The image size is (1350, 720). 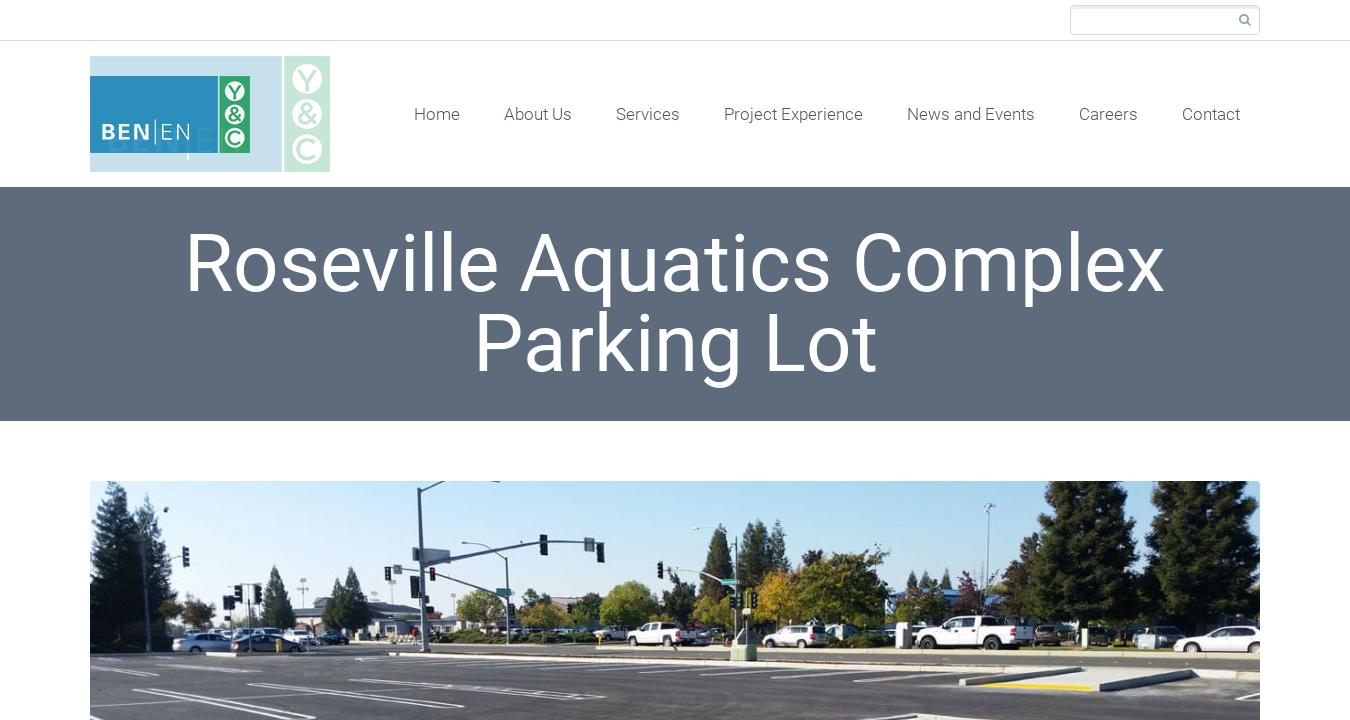 What do you see at coordinates (728, 537) in the screenshot?
I see `'Land Development Services'` at bounding box center [728, 537].